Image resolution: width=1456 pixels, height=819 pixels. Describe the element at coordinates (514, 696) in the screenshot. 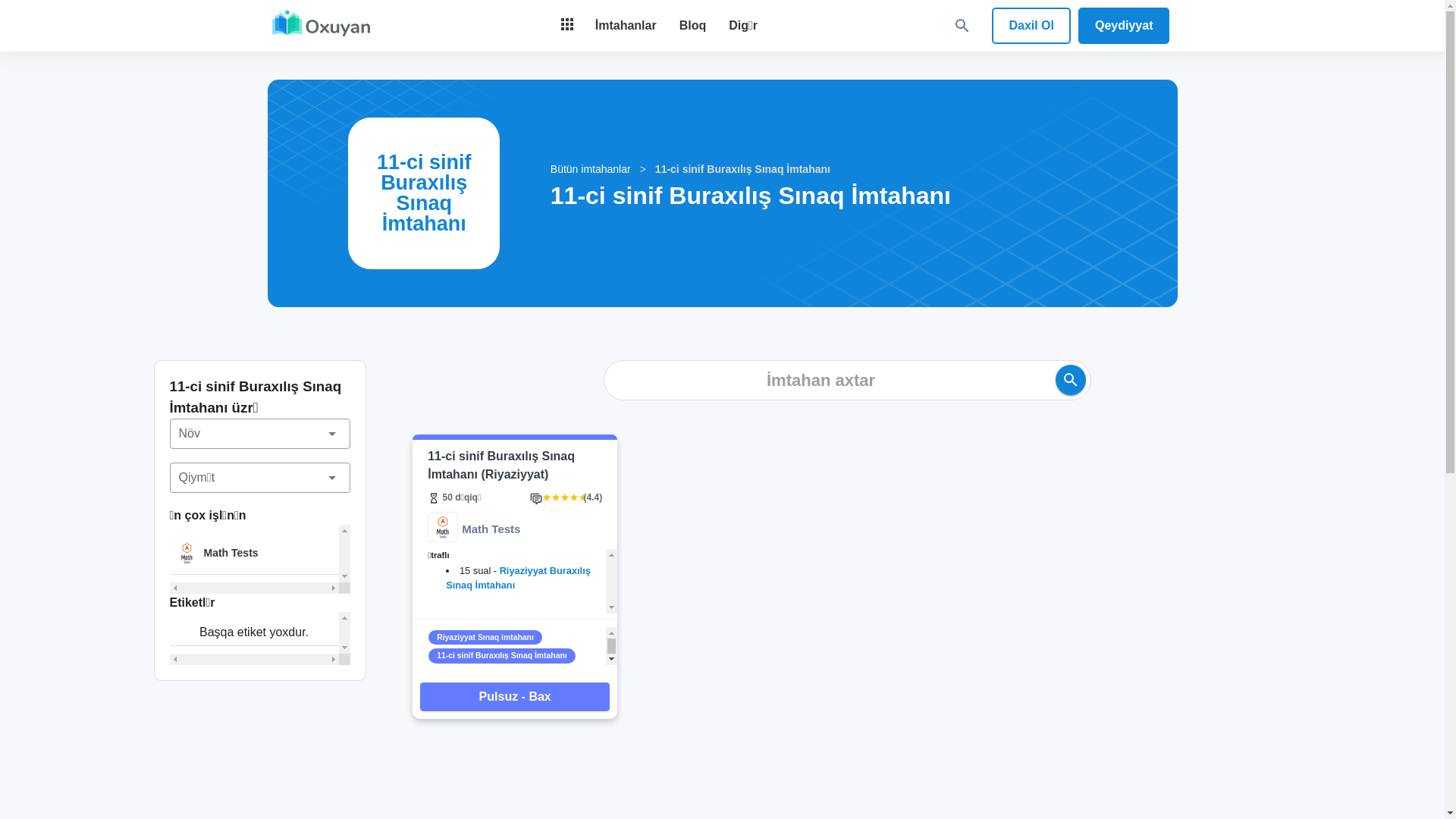

I see `'Pulsuz - Bax'` at that location.